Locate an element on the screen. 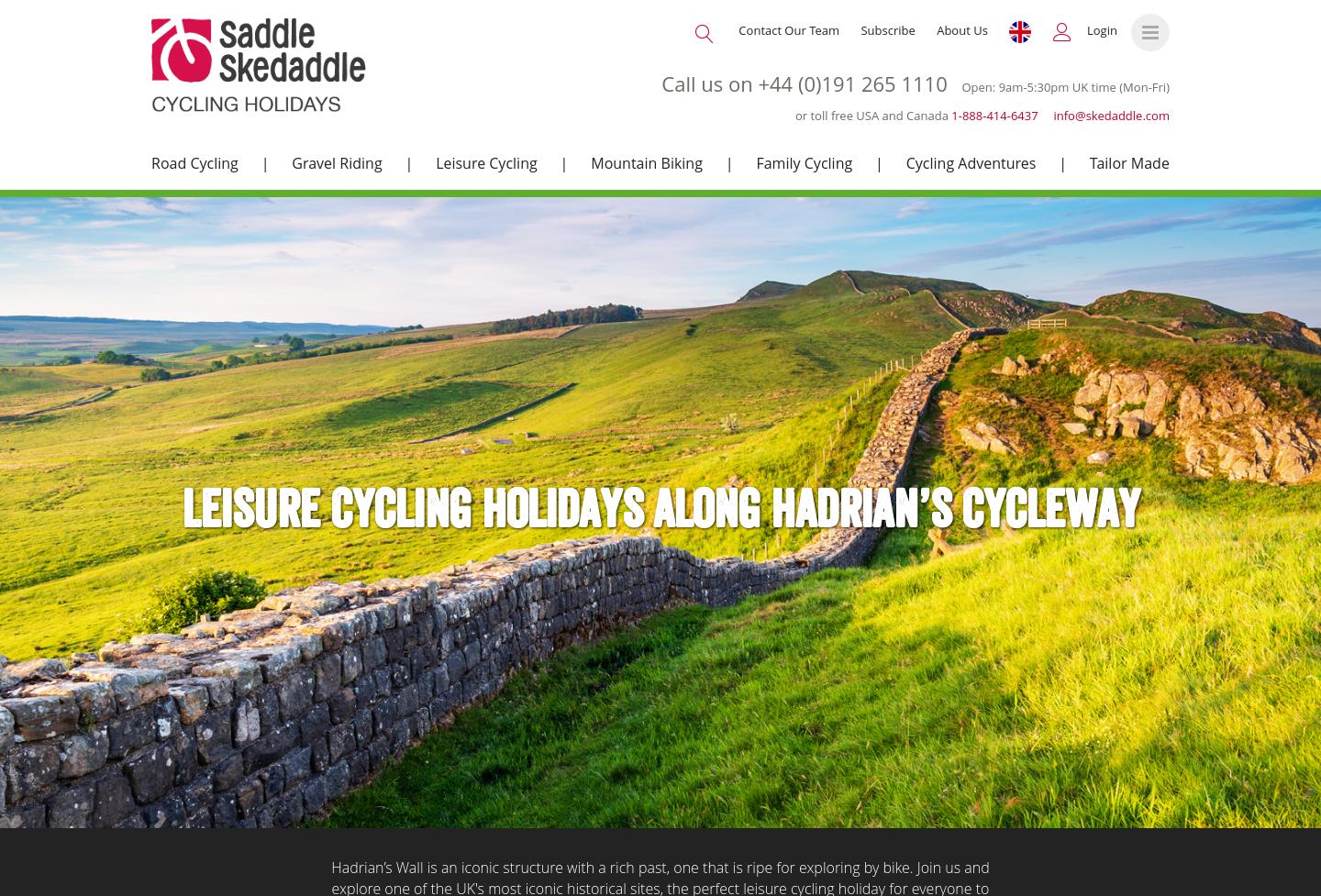 The width and height of the screenshot is (1321, 896). 'Family Cycling' is located at coordinates (803, 161).